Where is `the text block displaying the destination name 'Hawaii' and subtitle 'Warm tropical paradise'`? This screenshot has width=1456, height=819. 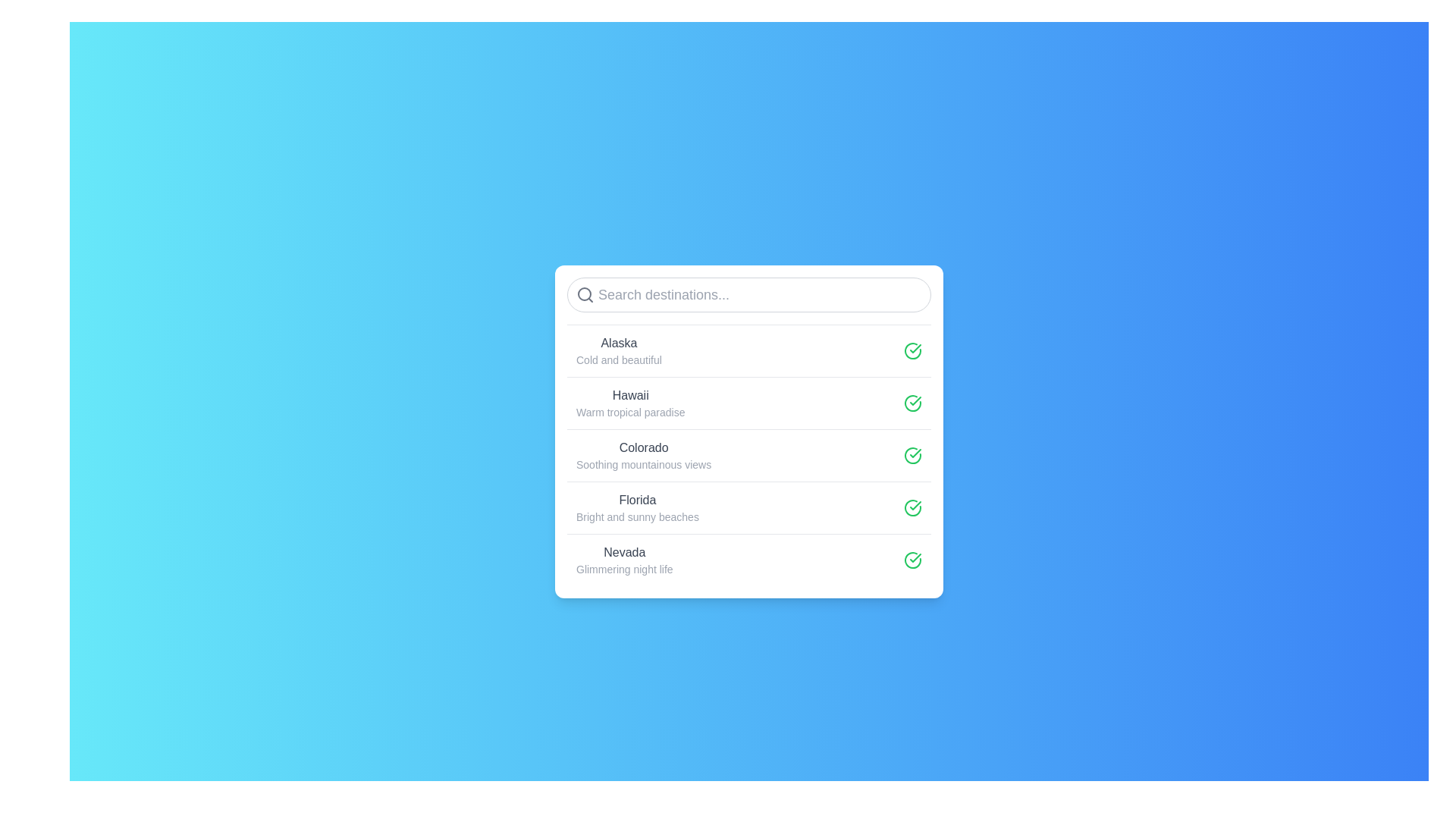
the text block displaying the destination name 'Hawaii' and subtitle 'Warm tropical paradise' is located at coordinates (630, 402).